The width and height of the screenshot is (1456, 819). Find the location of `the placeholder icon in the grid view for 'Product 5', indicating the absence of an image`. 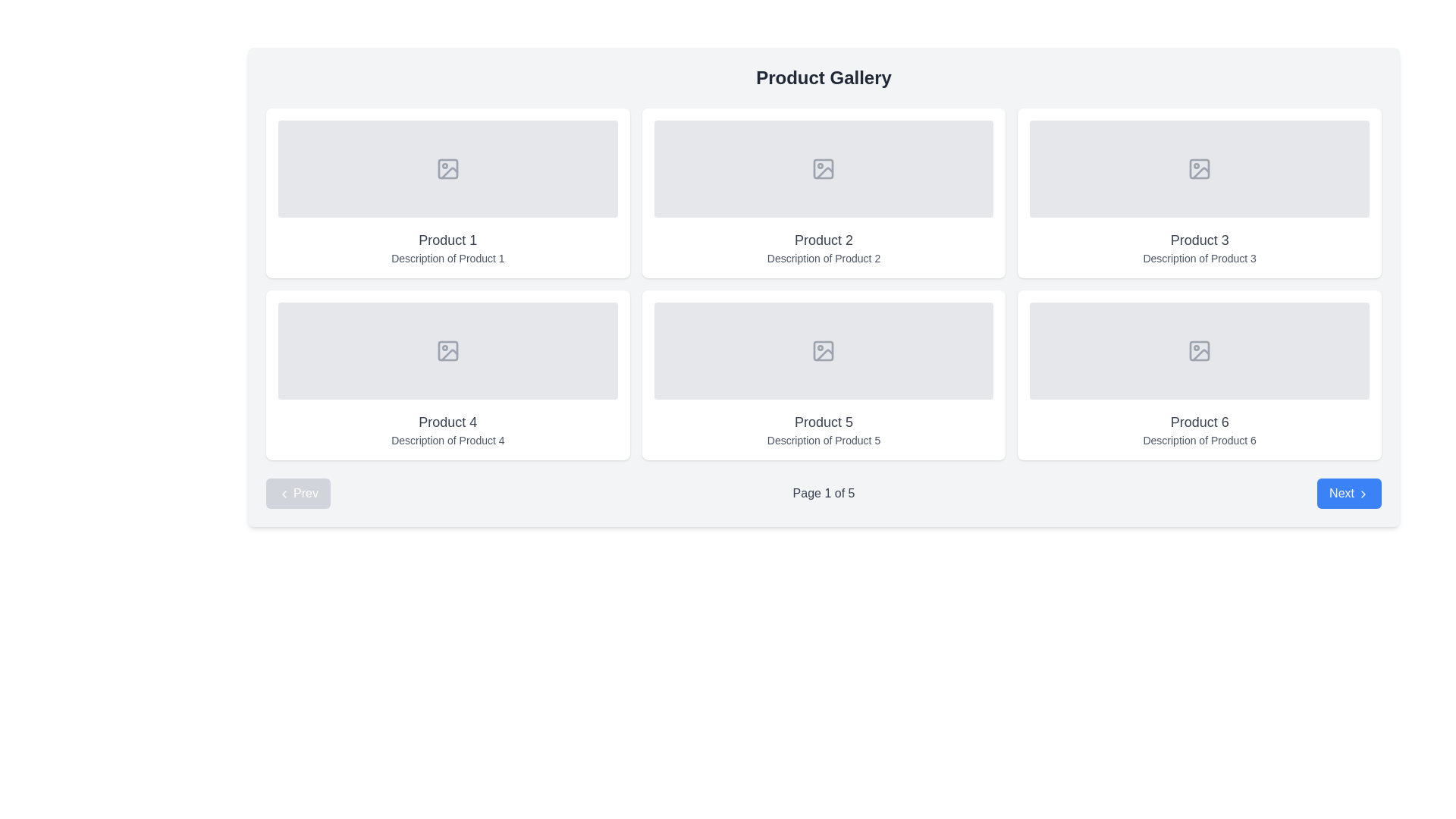

the placeholder icon in the grid view for 'Product 5', indicating the absence of an image is located at coordinates (823, 350).